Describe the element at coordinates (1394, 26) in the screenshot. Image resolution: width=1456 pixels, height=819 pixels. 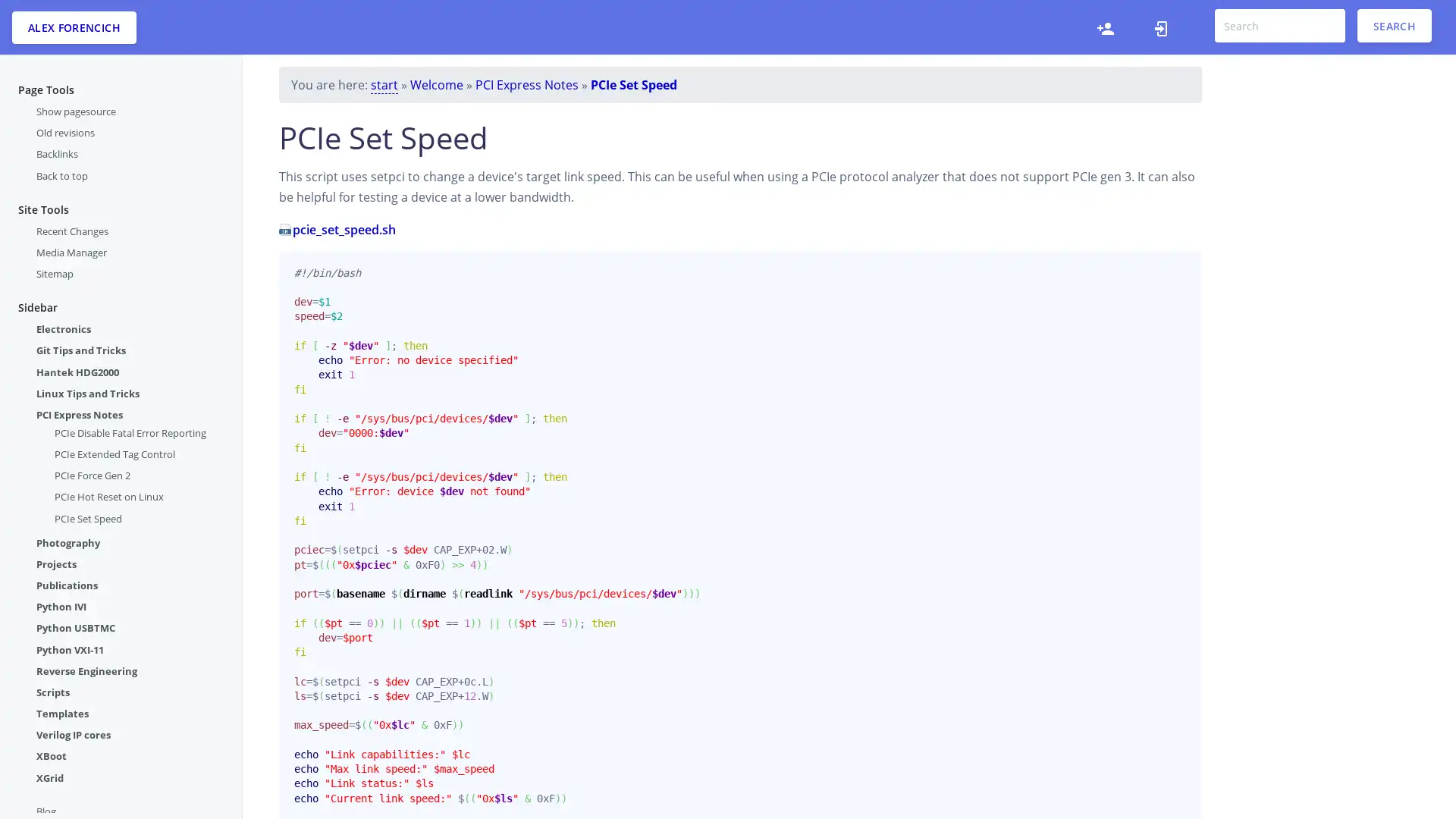
I see `SEARCH` at that location.